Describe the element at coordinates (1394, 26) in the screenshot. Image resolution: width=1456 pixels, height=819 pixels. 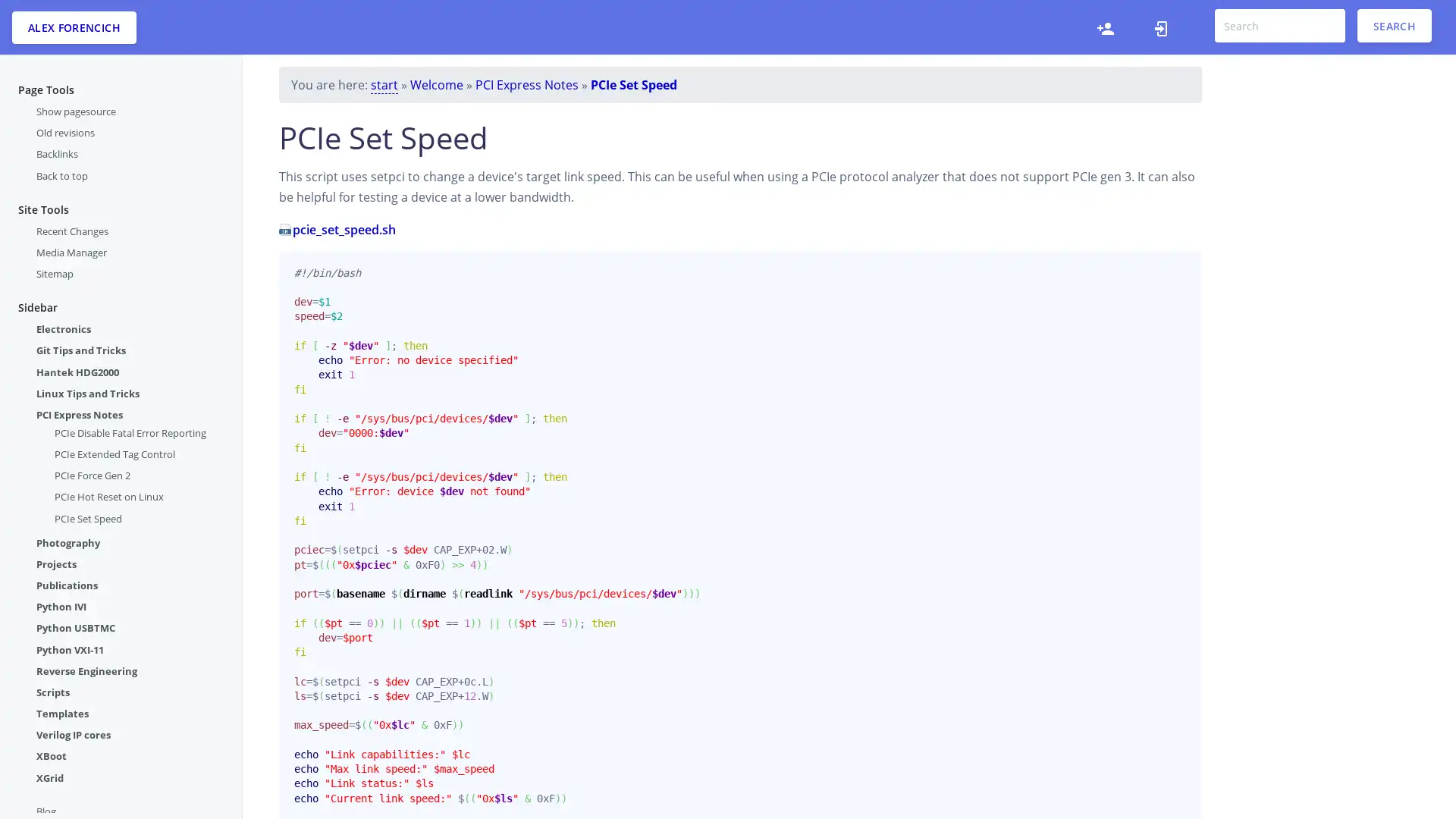
I see `SEARCH` at that location.